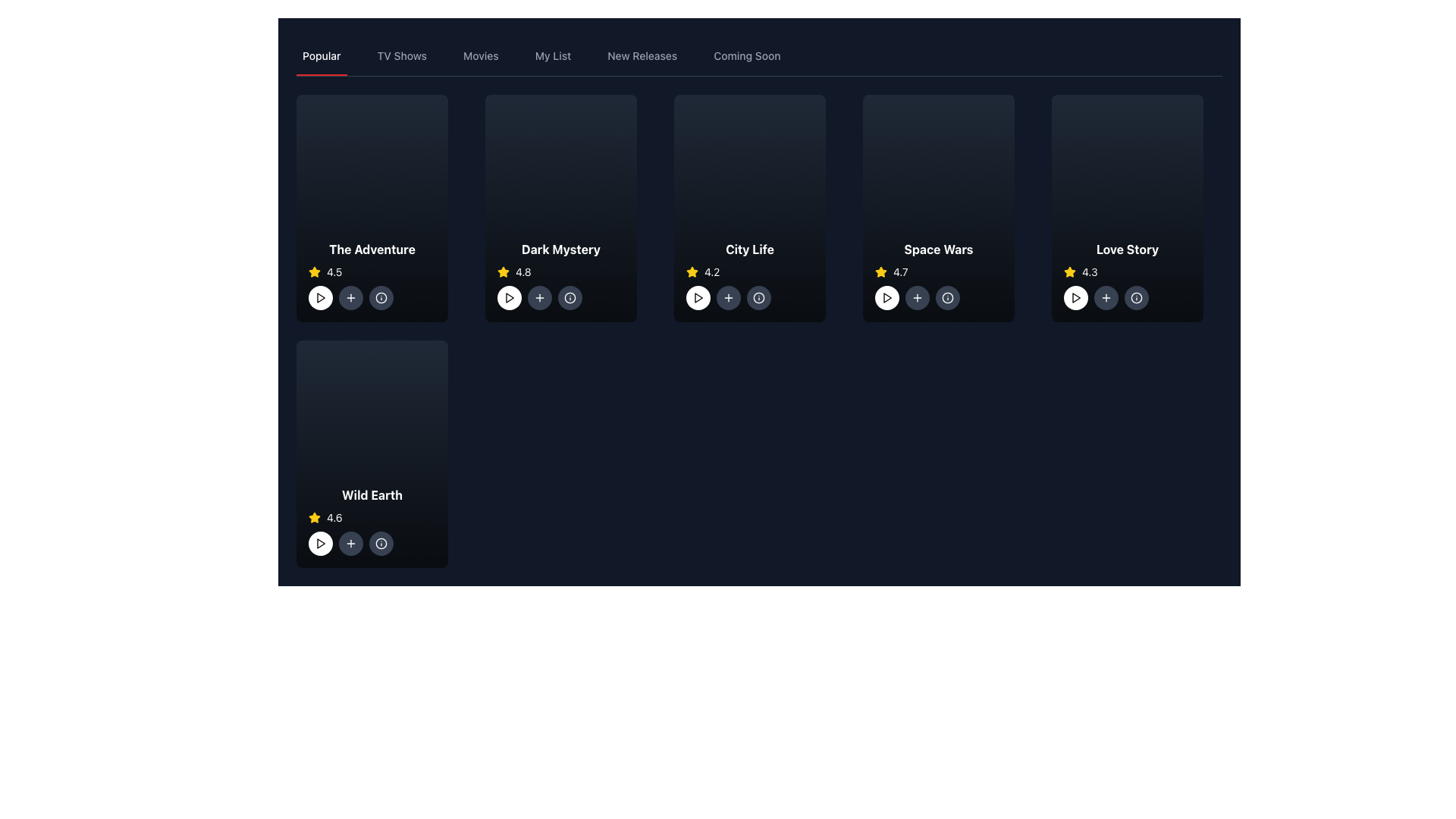  I want to click on the decorative SVG Circle located below 'The Adventure' card in the Popular movies section, so click(381, 298).